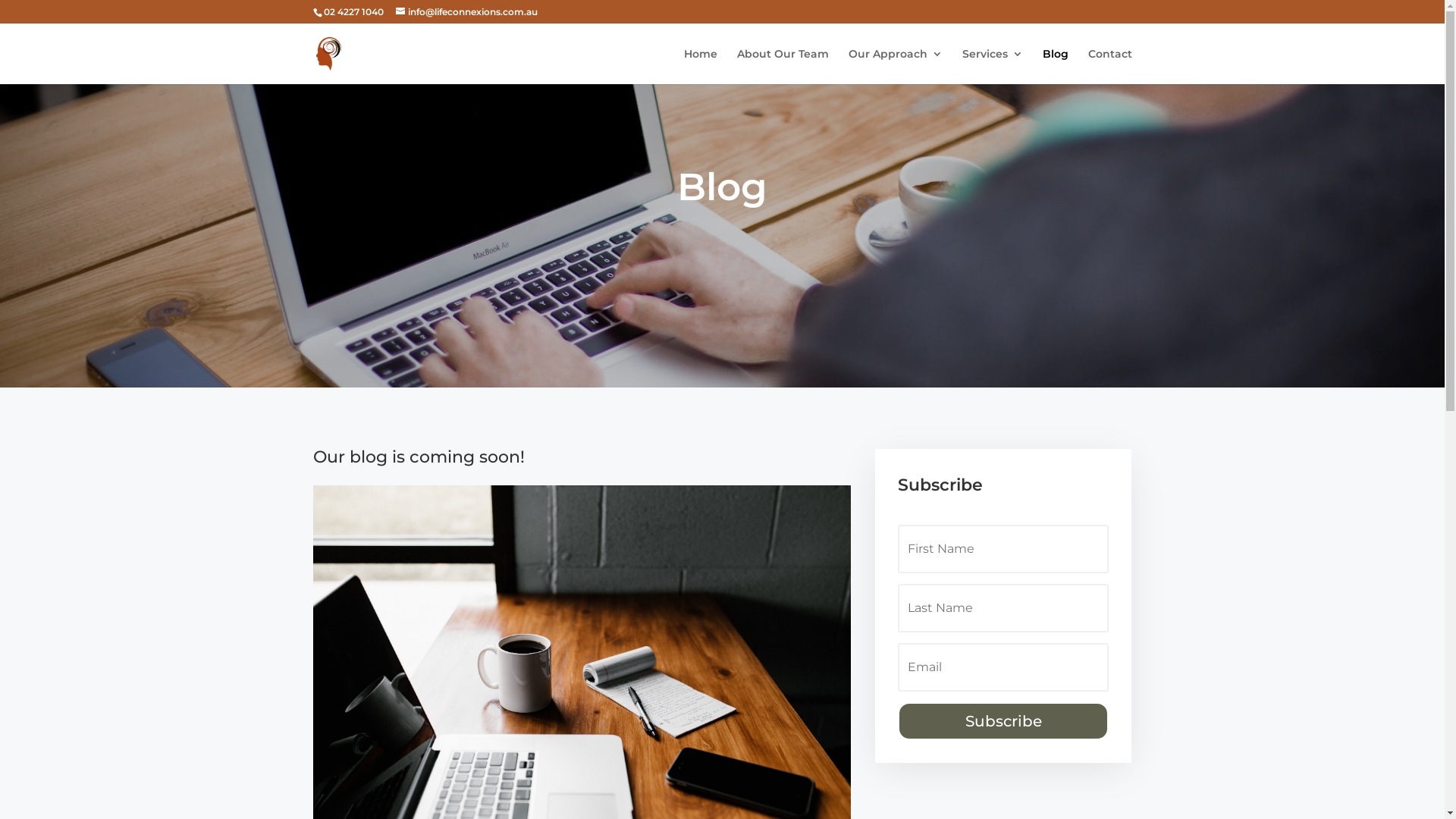 Image resolution: width=1456 pixels, height=819 pixels. Describe the element at coordinates (466, 11) in the screenshot. I see `'info@lifeconnexions.com.au'` at that location.